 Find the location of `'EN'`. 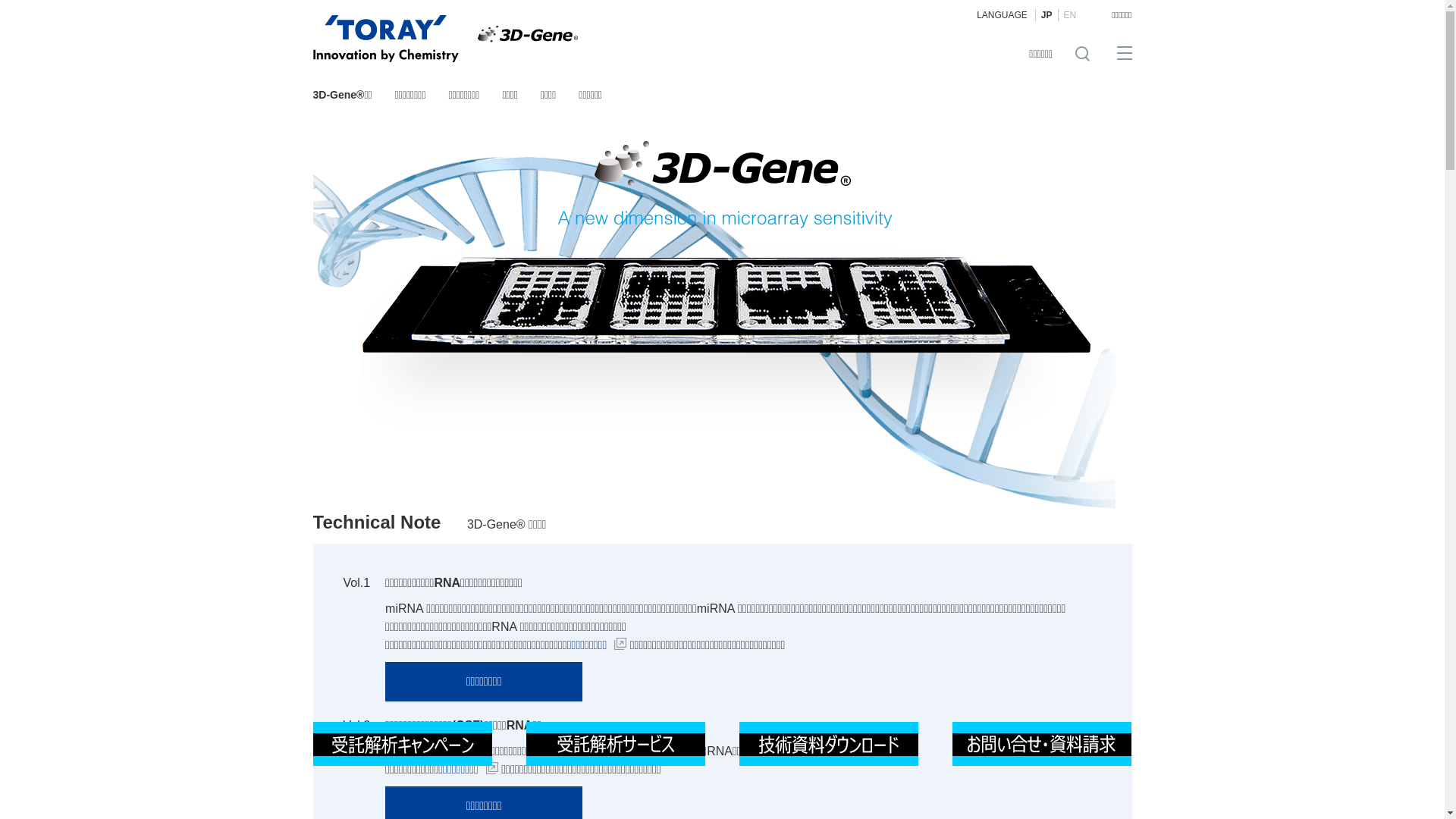

'EN' is located at coordinates (1057, 14).